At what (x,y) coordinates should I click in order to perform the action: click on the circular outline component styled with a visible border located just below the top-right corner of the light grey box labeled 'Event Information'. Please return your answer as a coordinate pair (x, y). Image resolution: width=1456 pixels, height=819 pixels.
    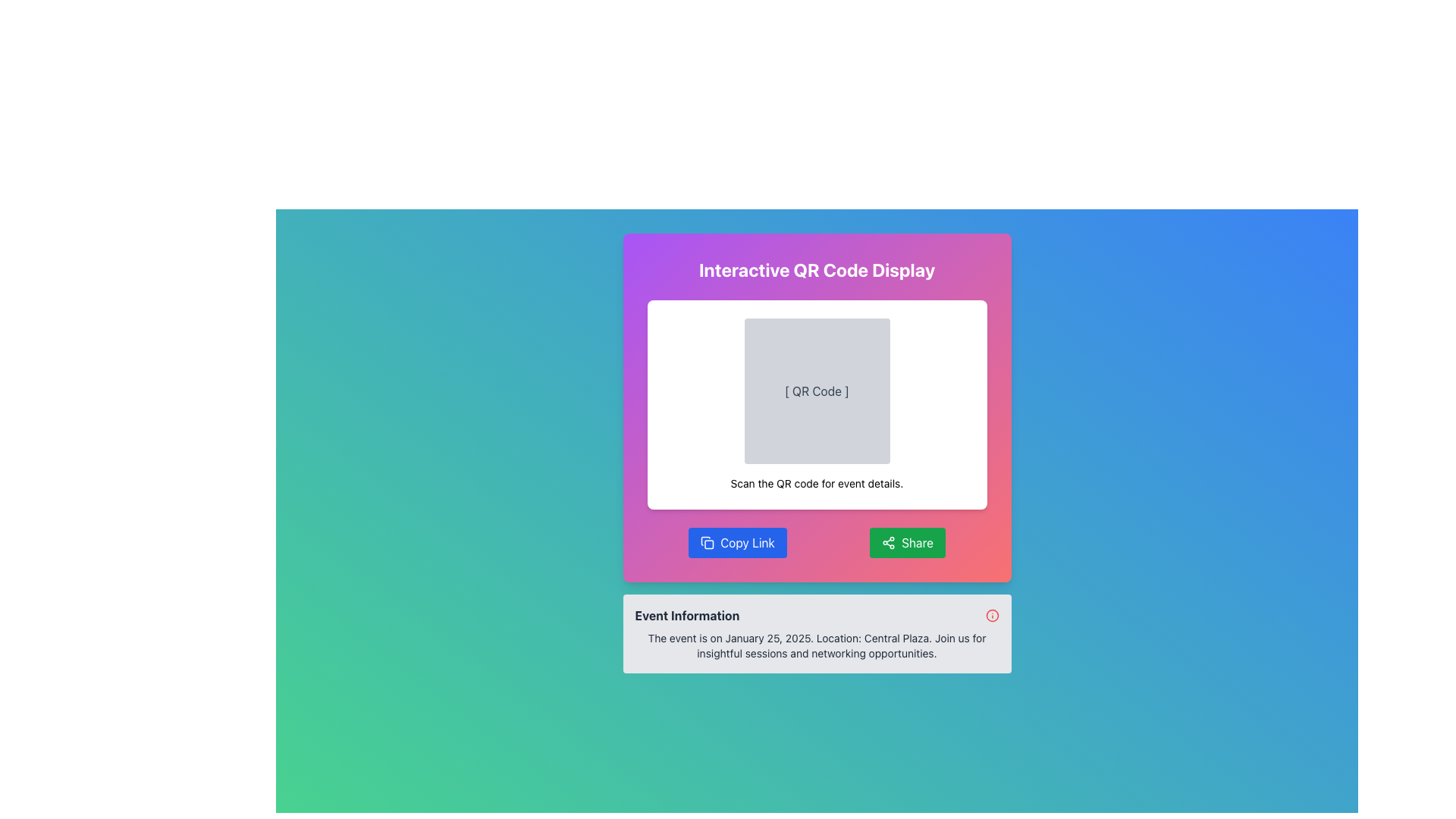
    Looking at the image, I should click on (992, 616).